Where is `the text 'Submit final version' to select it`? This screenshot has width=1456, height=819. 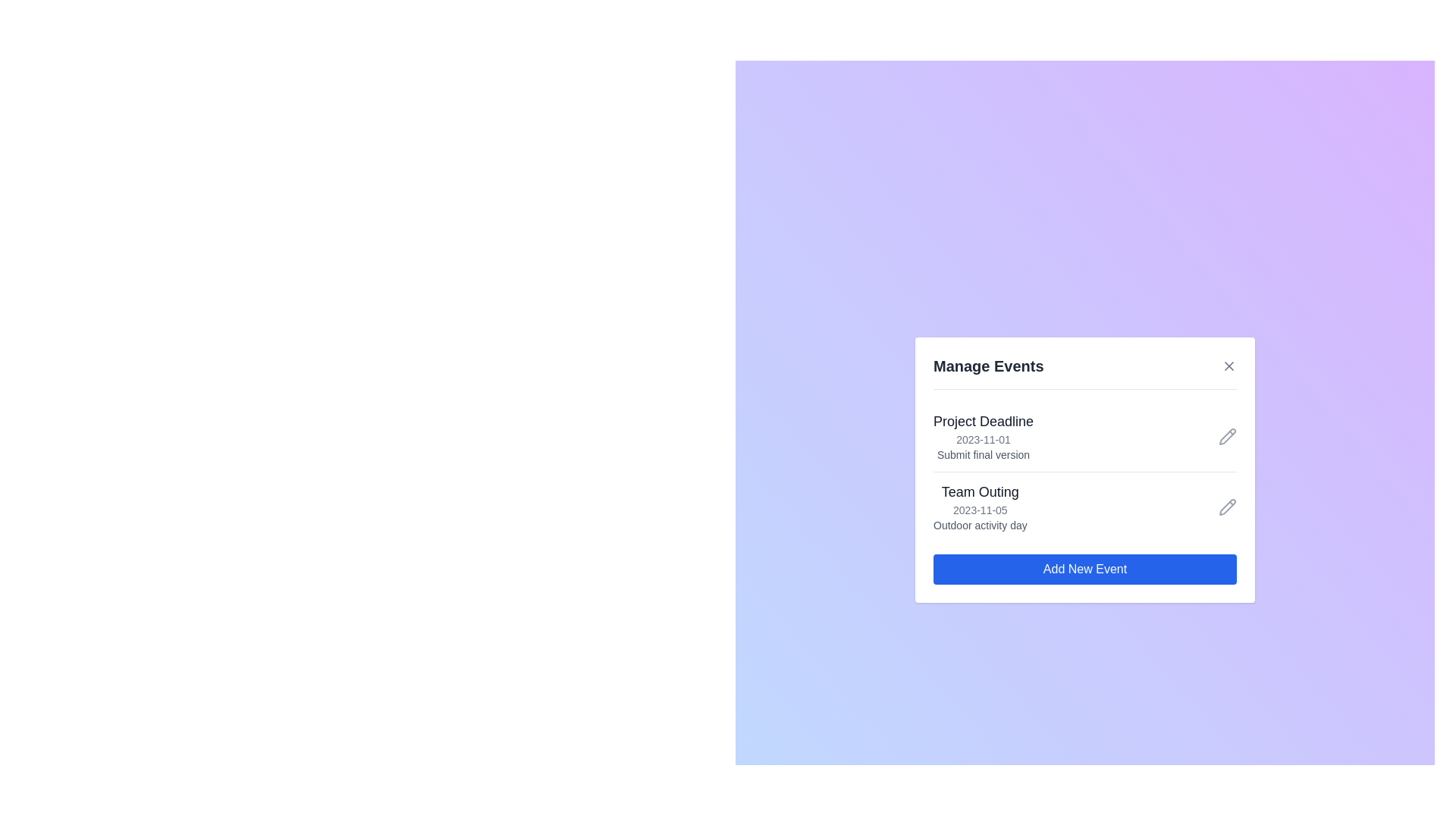 the text 'Submit final version' to select it is located at coordinates (983, 454).